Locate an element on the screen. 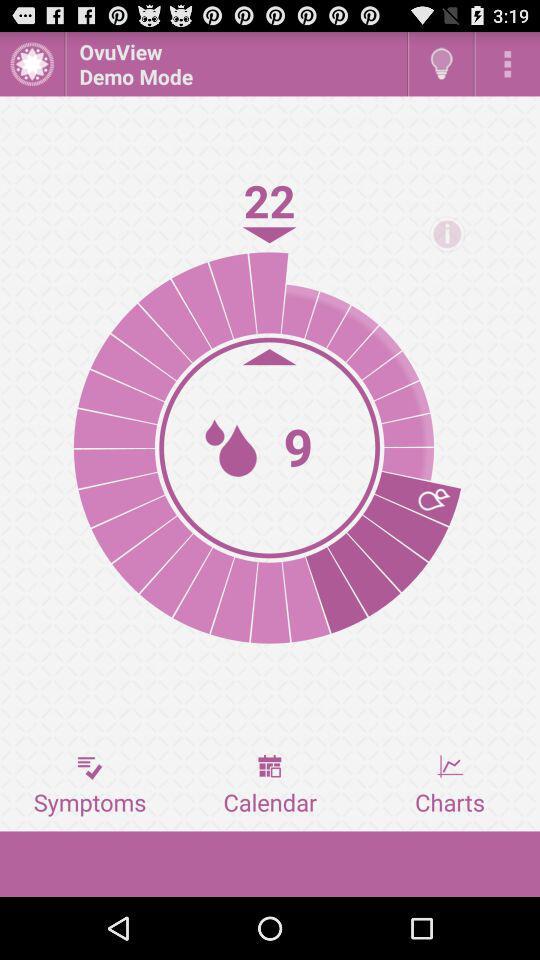 The image size is (540, 960). button next to symptoms is located at coordinates (270, 785).